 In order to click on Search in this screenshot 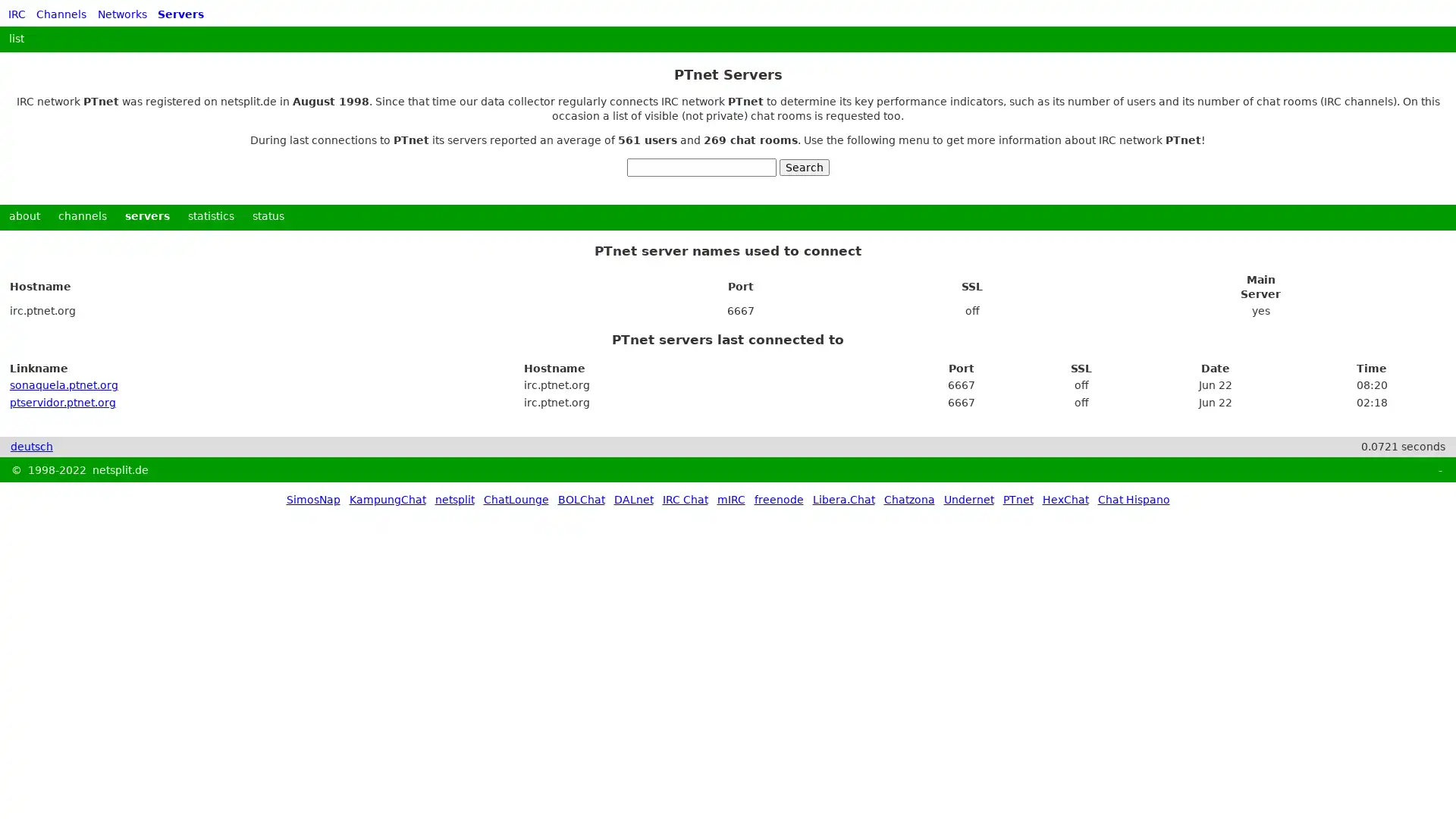, I will do `click(803, 166)`.